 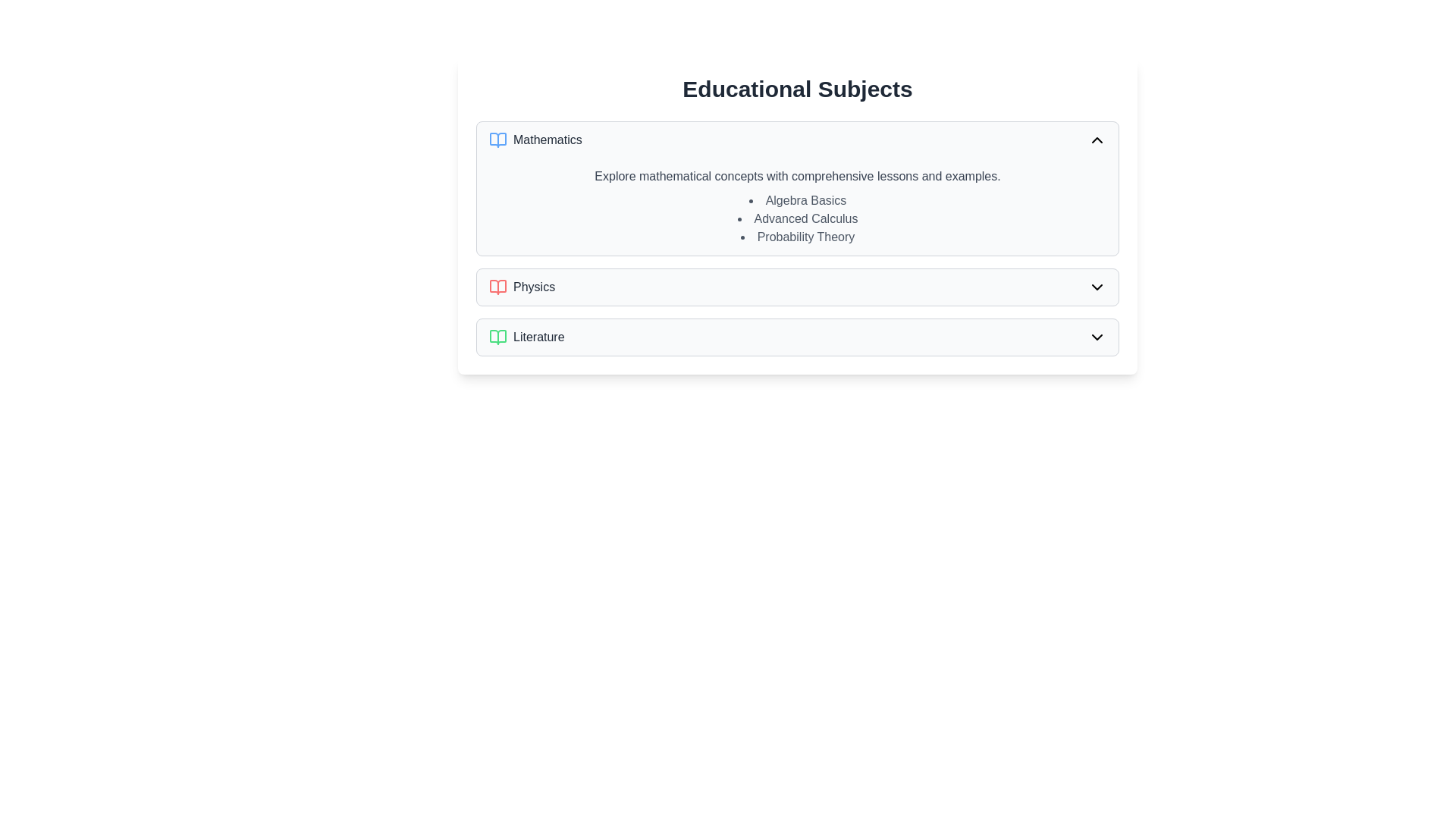 I want to click on the text label 'Physics', which is styled with a medium font weight and gray color, located next to a red open book icon in the middle section under the header 'Educational Subjects', so click(x=534, y=287).